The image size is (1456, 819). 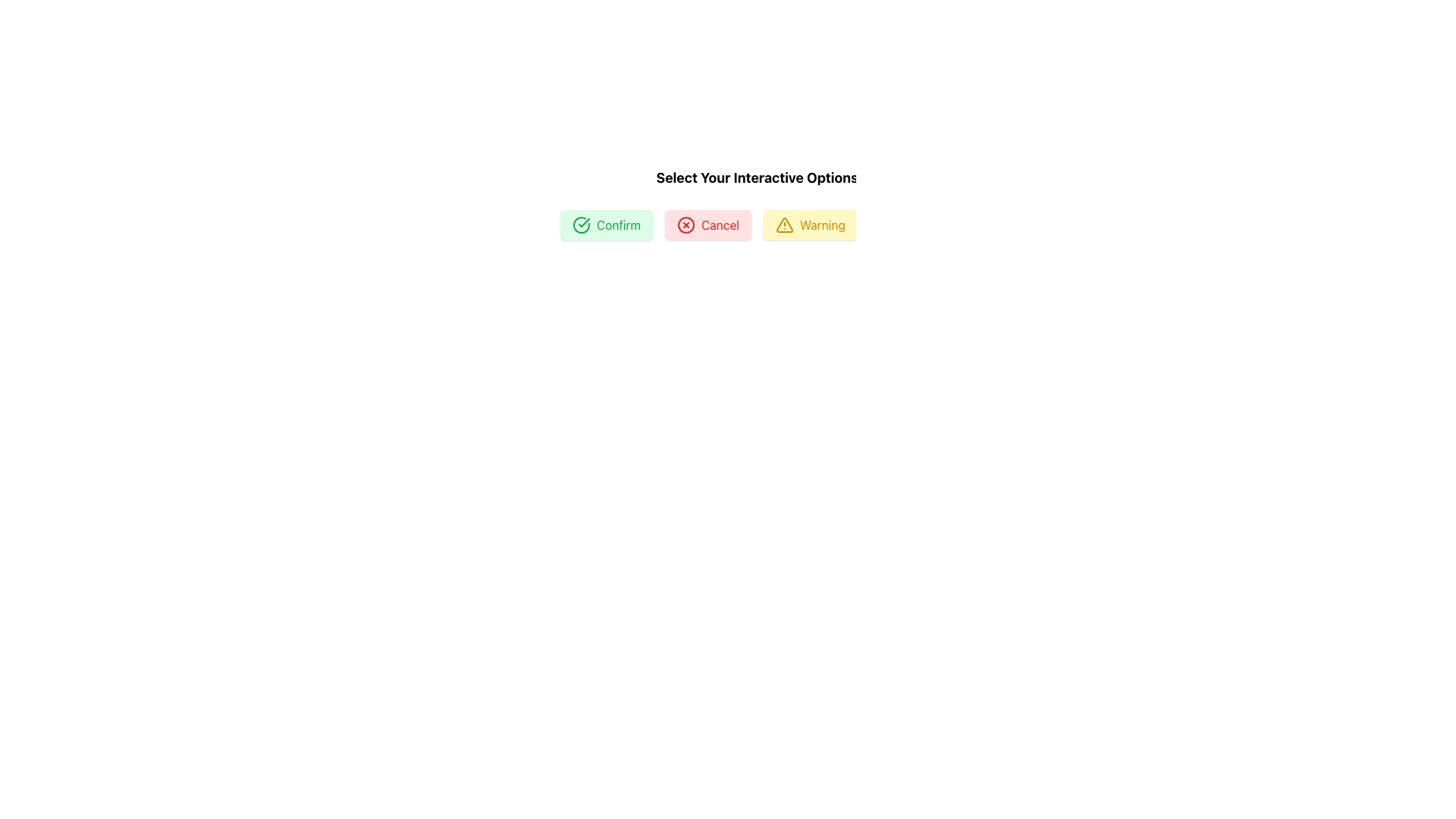 What do you see at coordinates (759, 177) in the screenshot?
I see `the text label reading 'Select Your Interactive Options:'` at bounding box center [759, 177].